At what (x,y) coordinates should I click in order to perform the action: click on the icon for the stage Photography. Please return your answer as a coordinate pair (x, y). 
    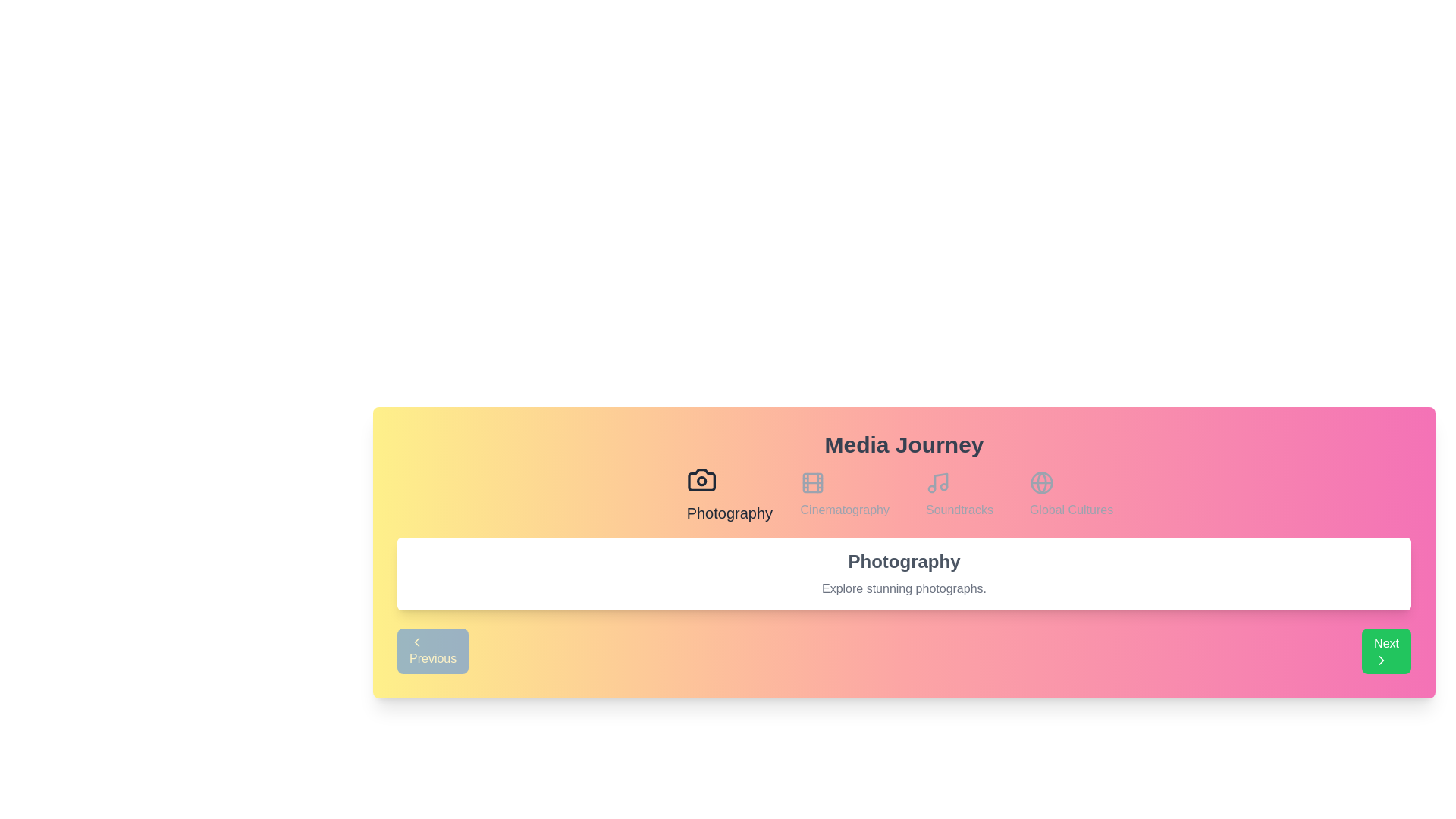
    Looking at the image, I should click on (729, 494).